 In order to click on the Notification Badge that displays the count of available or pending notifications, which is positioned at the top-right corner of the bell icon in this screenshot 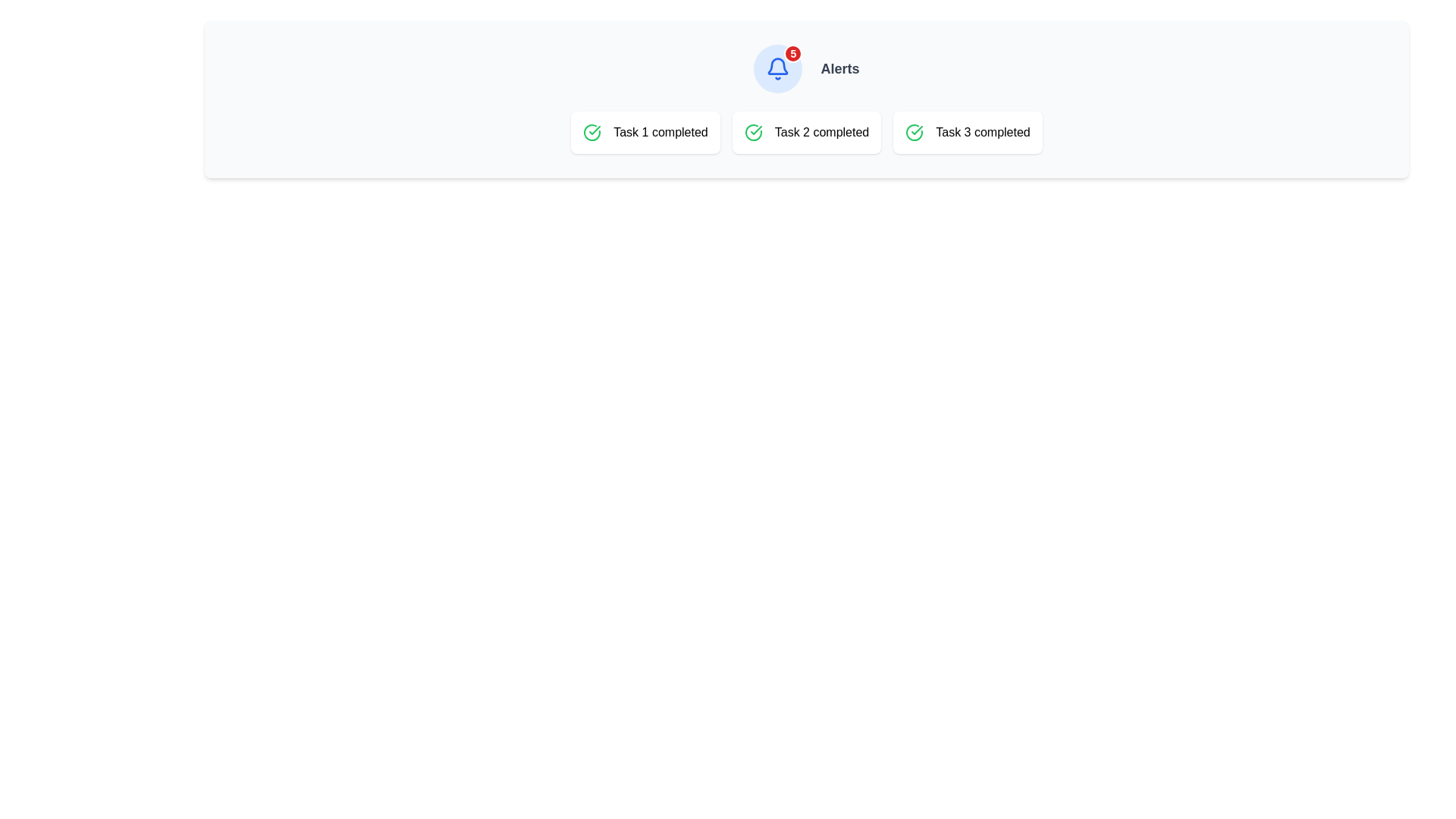, I will do `click(792, 52)`.